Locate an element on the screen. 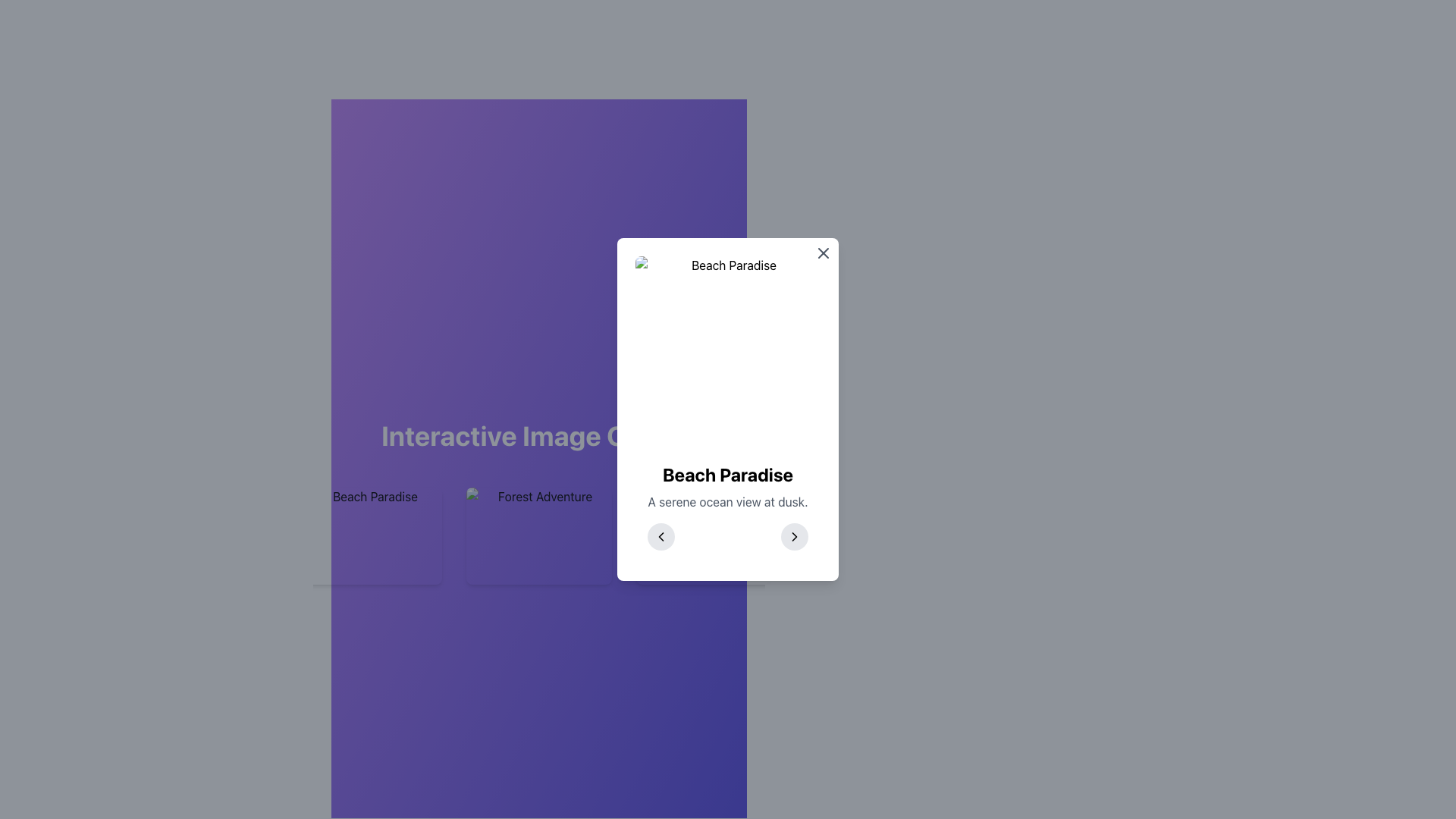  the left-facing chevron icon located at the top-left corner of the modal window is located at coordinates (661, 536).